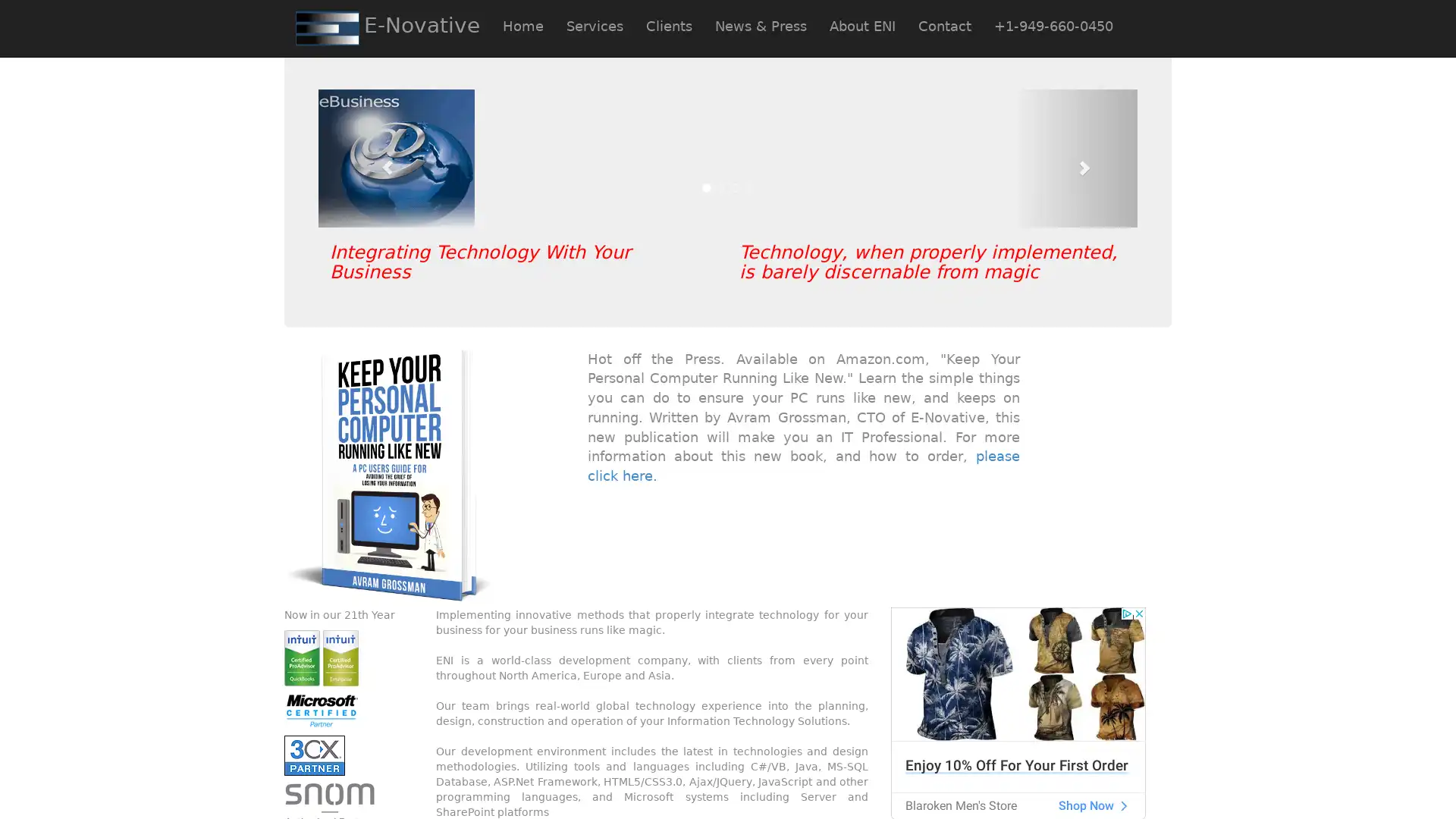 The width and height of the screenshot is (1456, 819). What do you see at coordinates (1075, 158) in the screenshot?
I see `Next` at bounding box center [1075, 158].